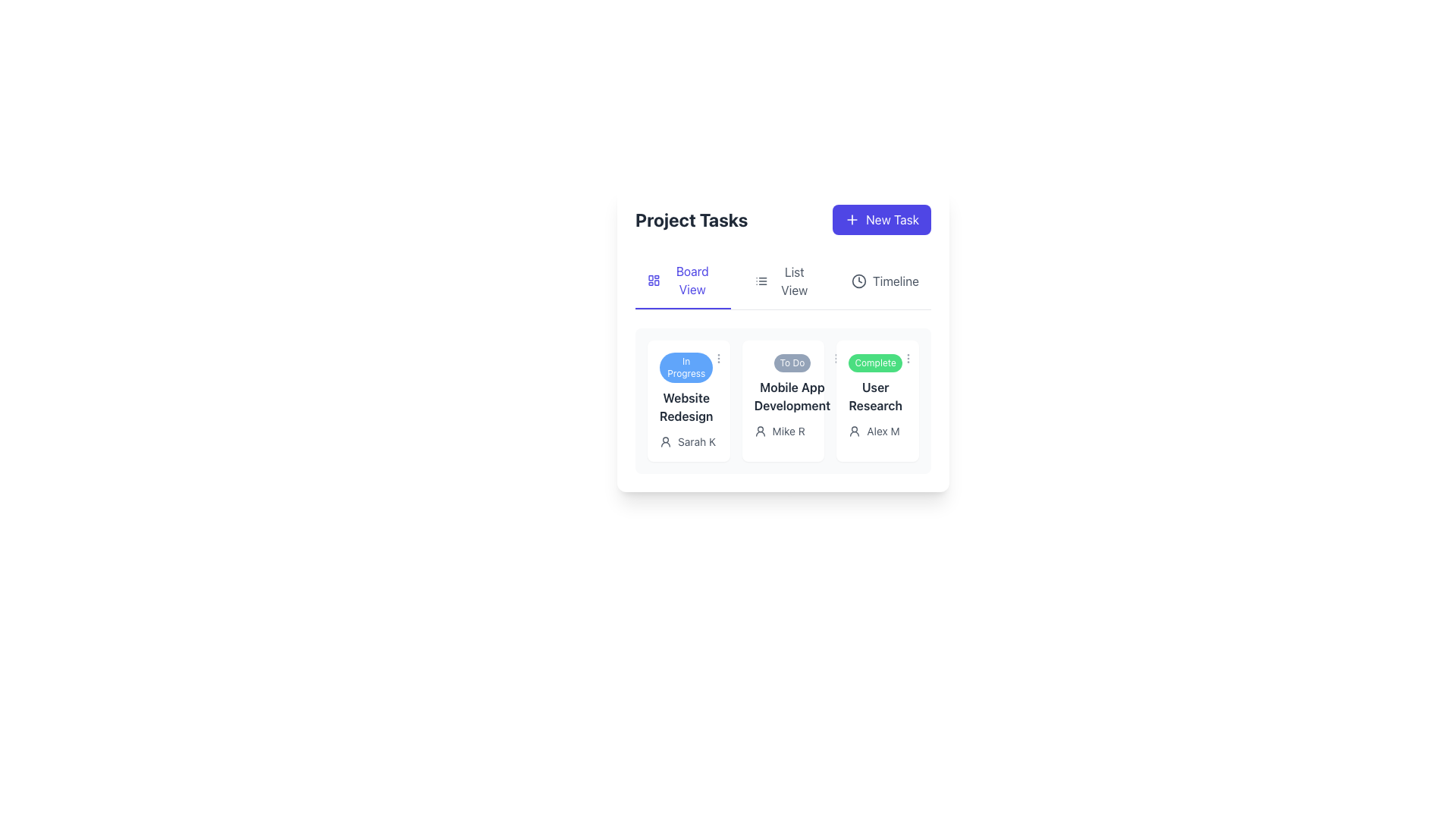 The width and height of the screenshot is (1456, 819). I want to click on the Label and Title Pair that indicates the status and title of a task in the project management interface, positioned above the text 'Sarah K', so click(688, 388).